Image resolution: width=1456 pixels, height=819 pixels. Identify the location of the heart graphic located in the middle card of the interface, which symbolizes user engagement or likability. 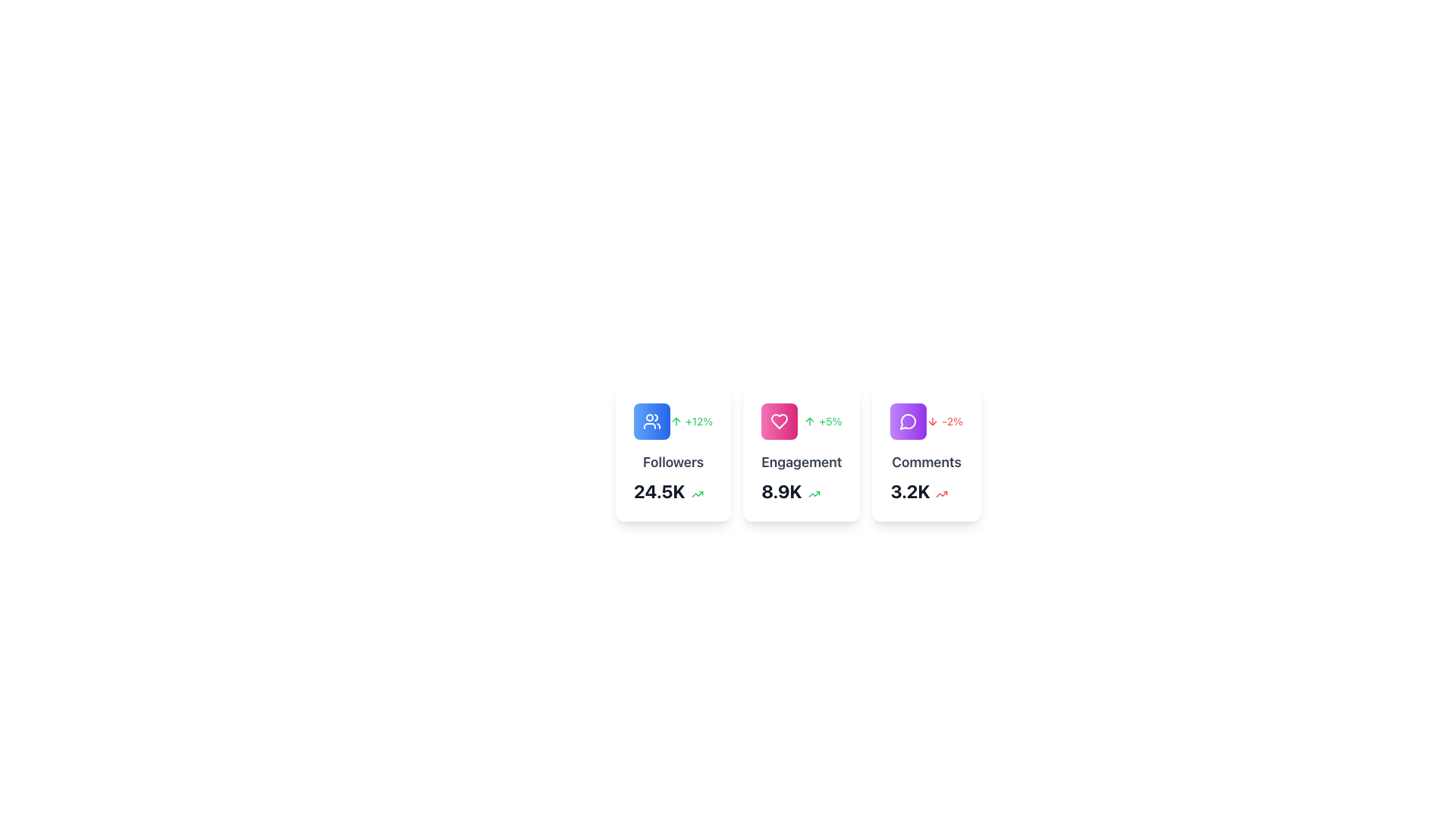
(780, 421).